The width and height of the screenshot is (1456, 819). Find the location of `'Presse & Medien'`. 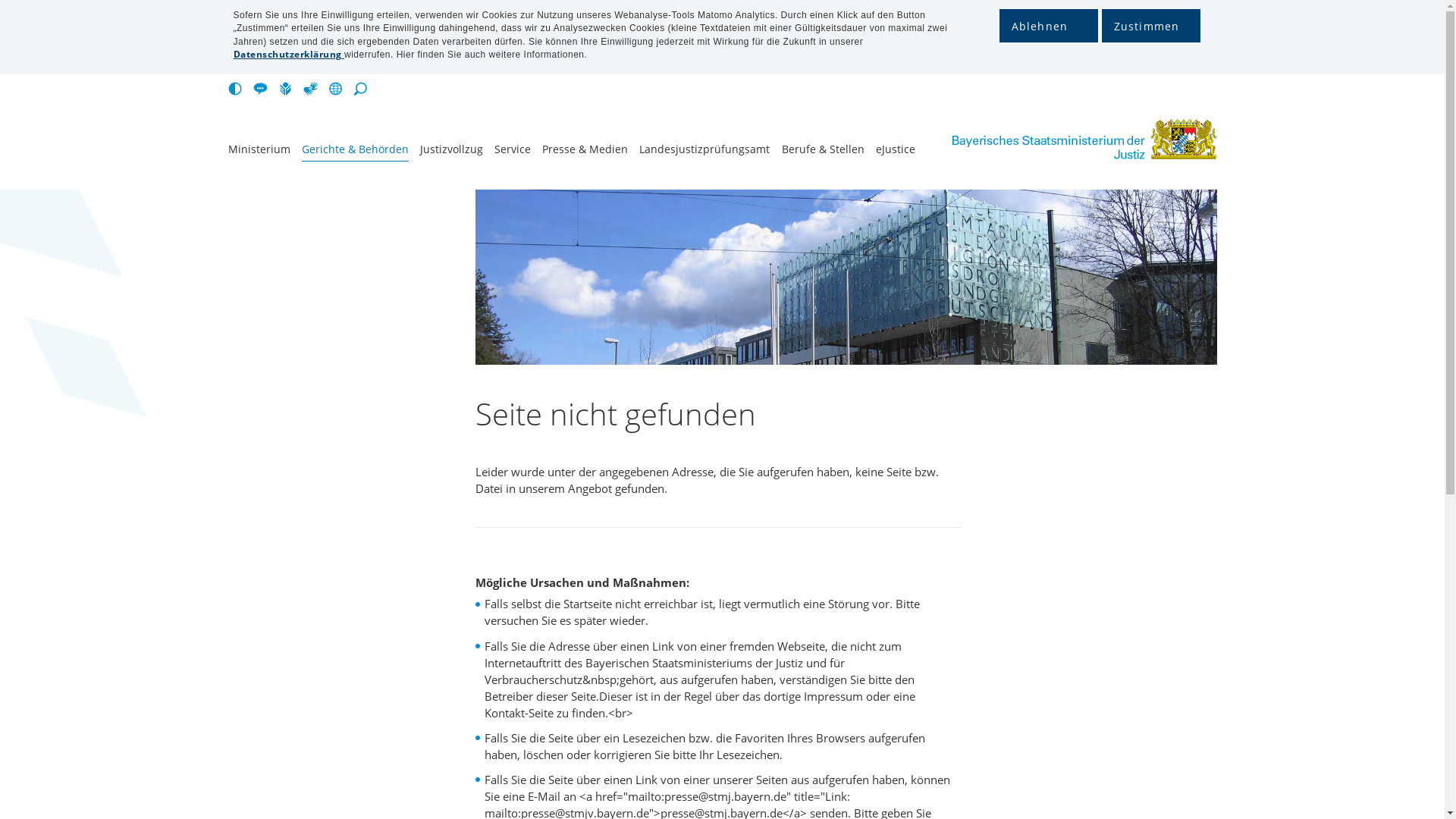

'Presse & Medien' is located at coordinates (584, 152).